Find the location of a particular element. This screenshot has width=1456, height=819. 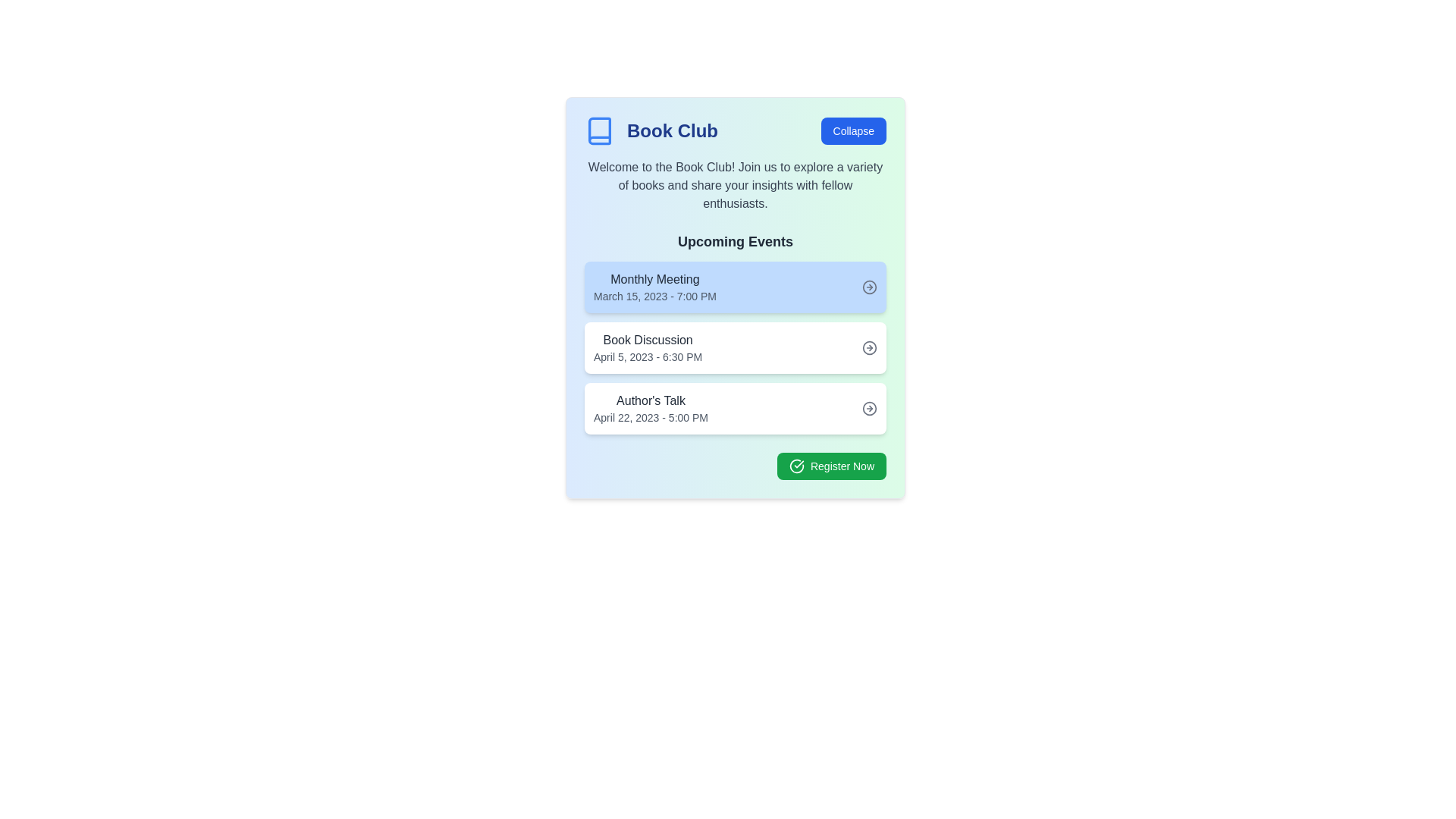

the informational card displaying event details that is positioned between the 'Monthly Meeting' and 'Author's Talk' cards in the 'Upcoming Events' section is located at coordinates (735, 332).